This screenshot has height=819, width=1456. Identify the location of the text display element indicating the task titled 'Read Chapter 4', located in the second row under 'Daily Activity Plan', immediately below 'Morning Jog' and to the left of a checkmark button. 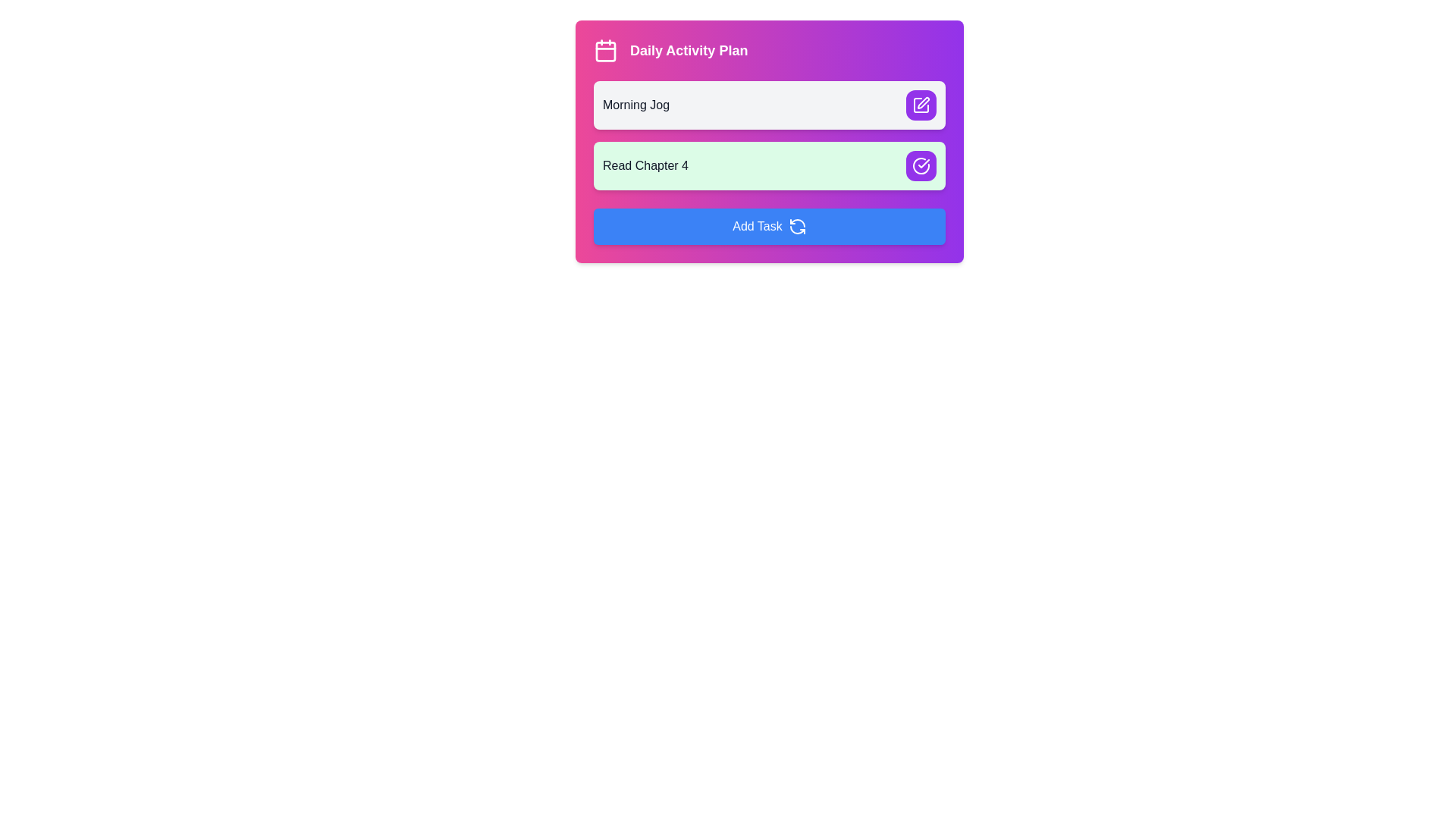
(645, 166).